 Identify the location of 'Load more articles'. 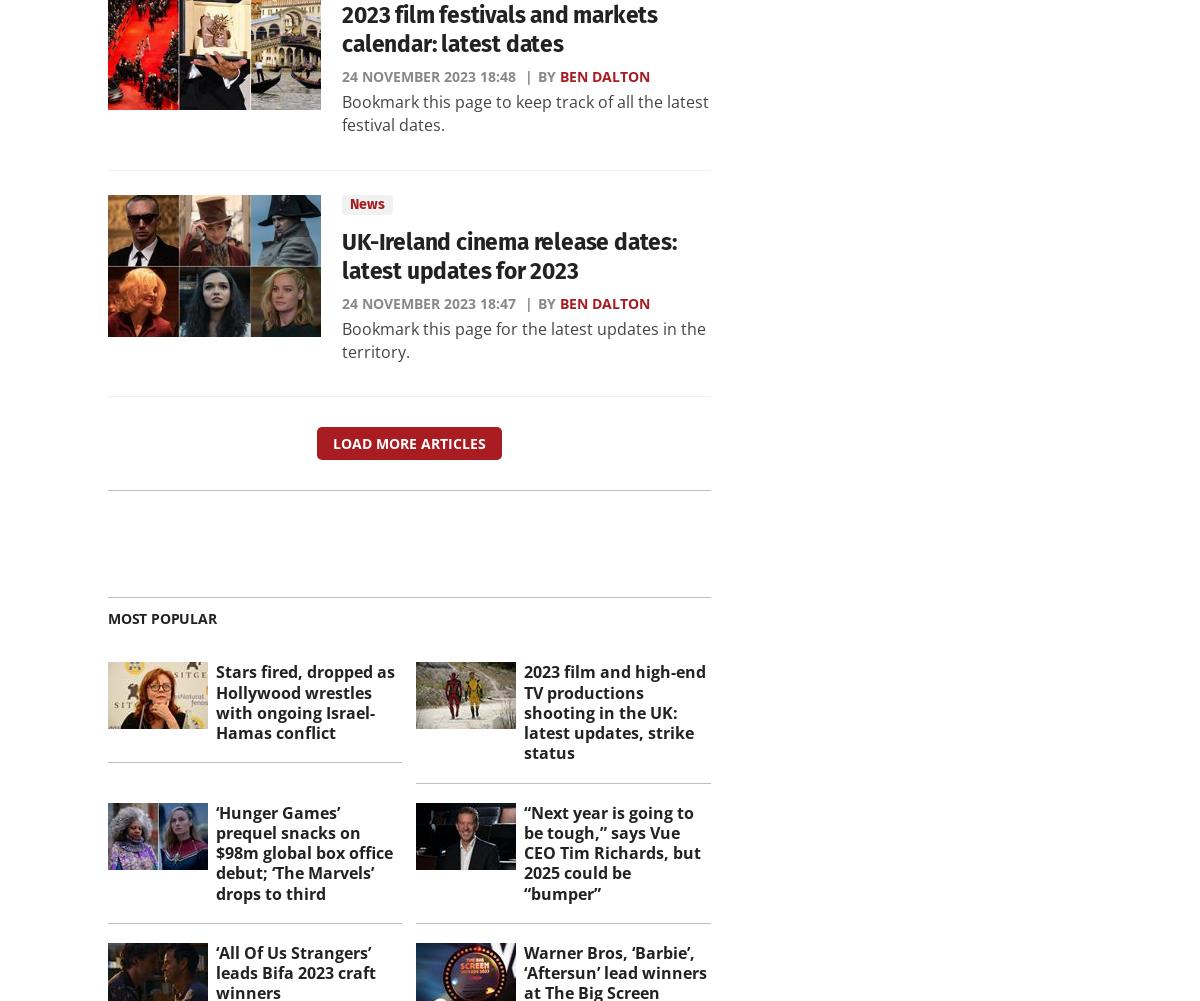
(408, 443).